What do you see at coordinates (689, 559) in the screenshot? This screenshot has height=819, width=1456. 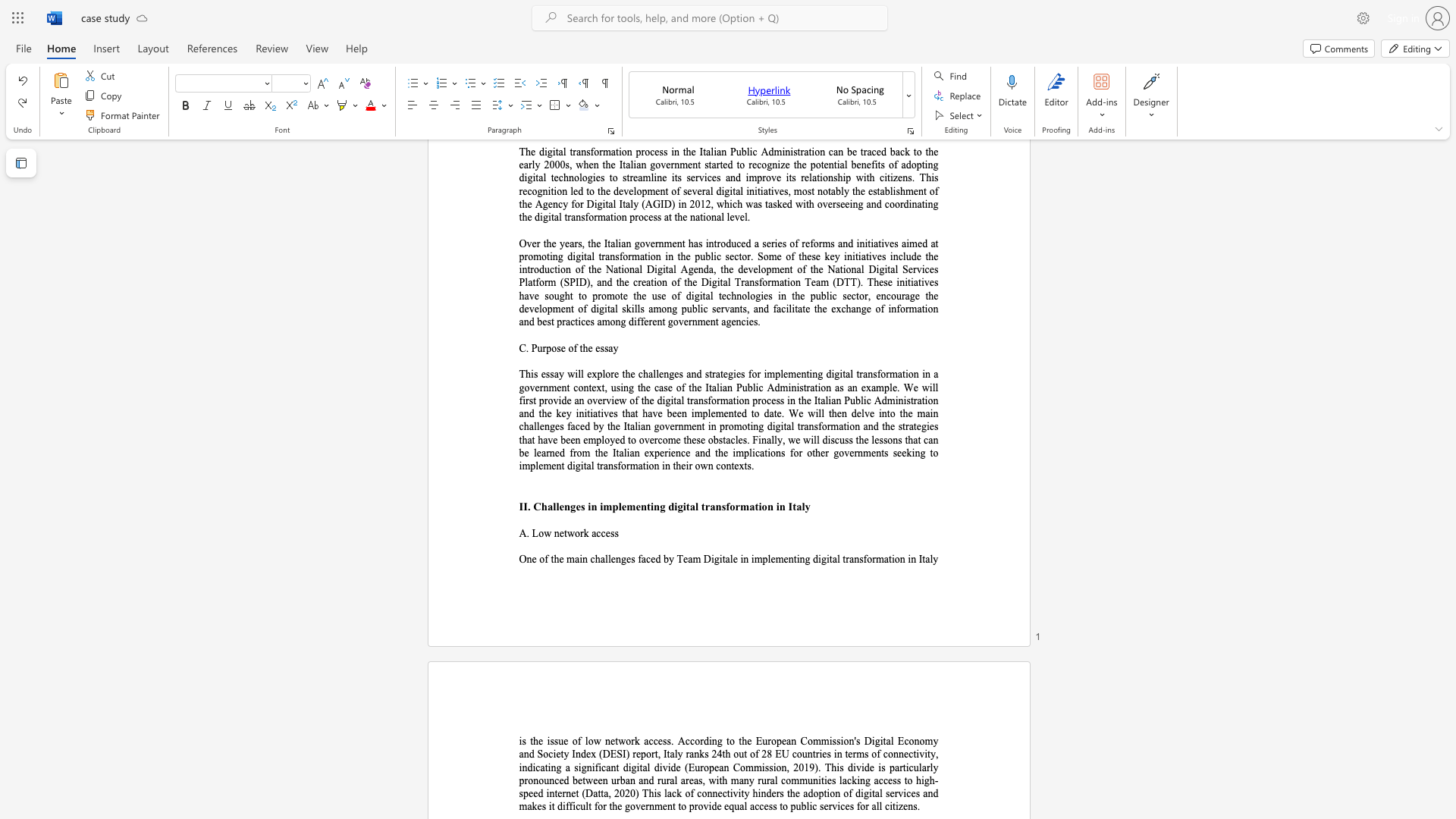 I see `the 4th character "a" in the text` at bounding box center [689, 559].